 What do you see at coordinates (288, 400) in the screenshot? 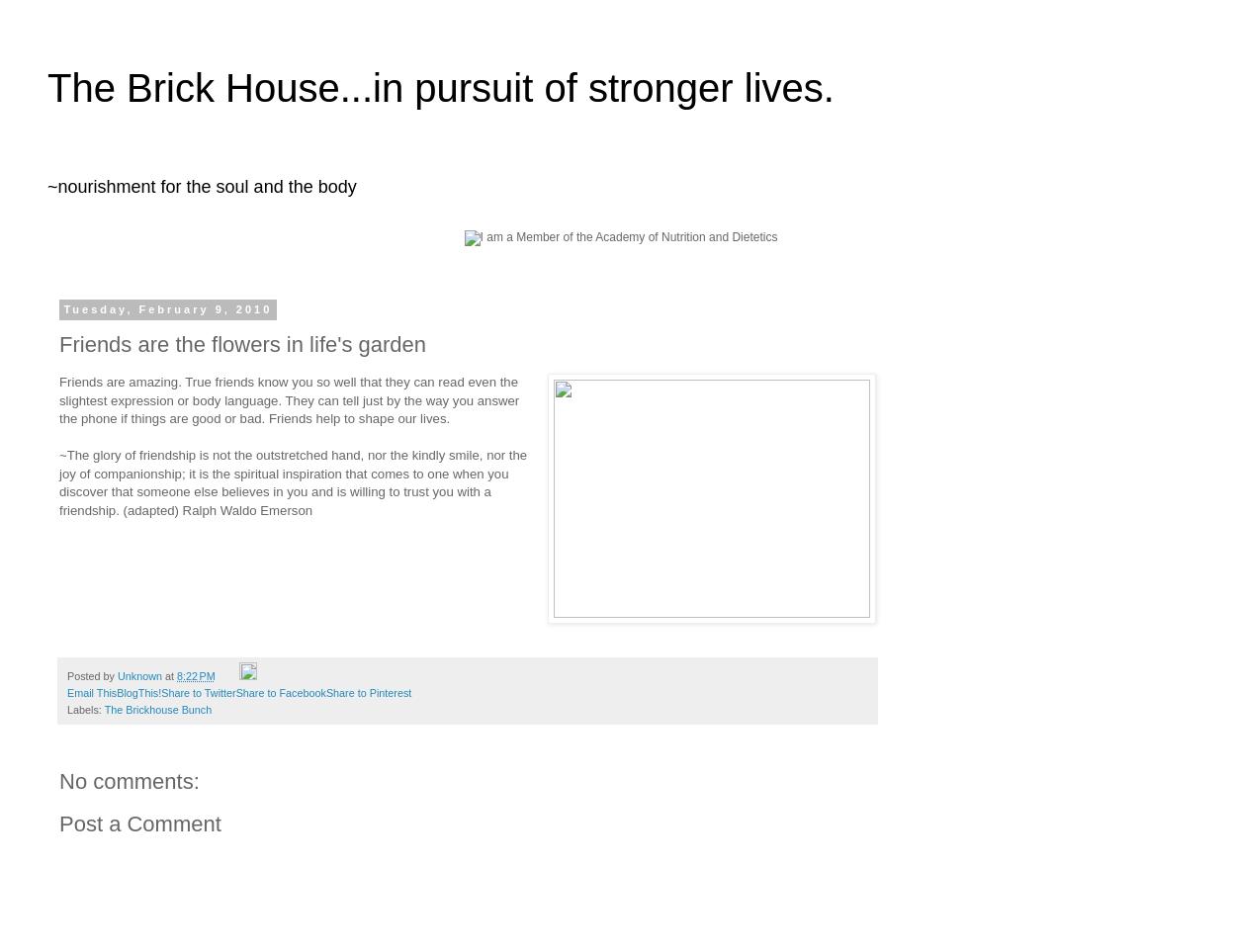
I see `'Friends are amazing. True friends know you so well that they can read even the slightest expression or body language. They can tell just by the way you answer the phone if things are good or bad. Friends help to shape our lives.'` at bounding box center [288, 400].